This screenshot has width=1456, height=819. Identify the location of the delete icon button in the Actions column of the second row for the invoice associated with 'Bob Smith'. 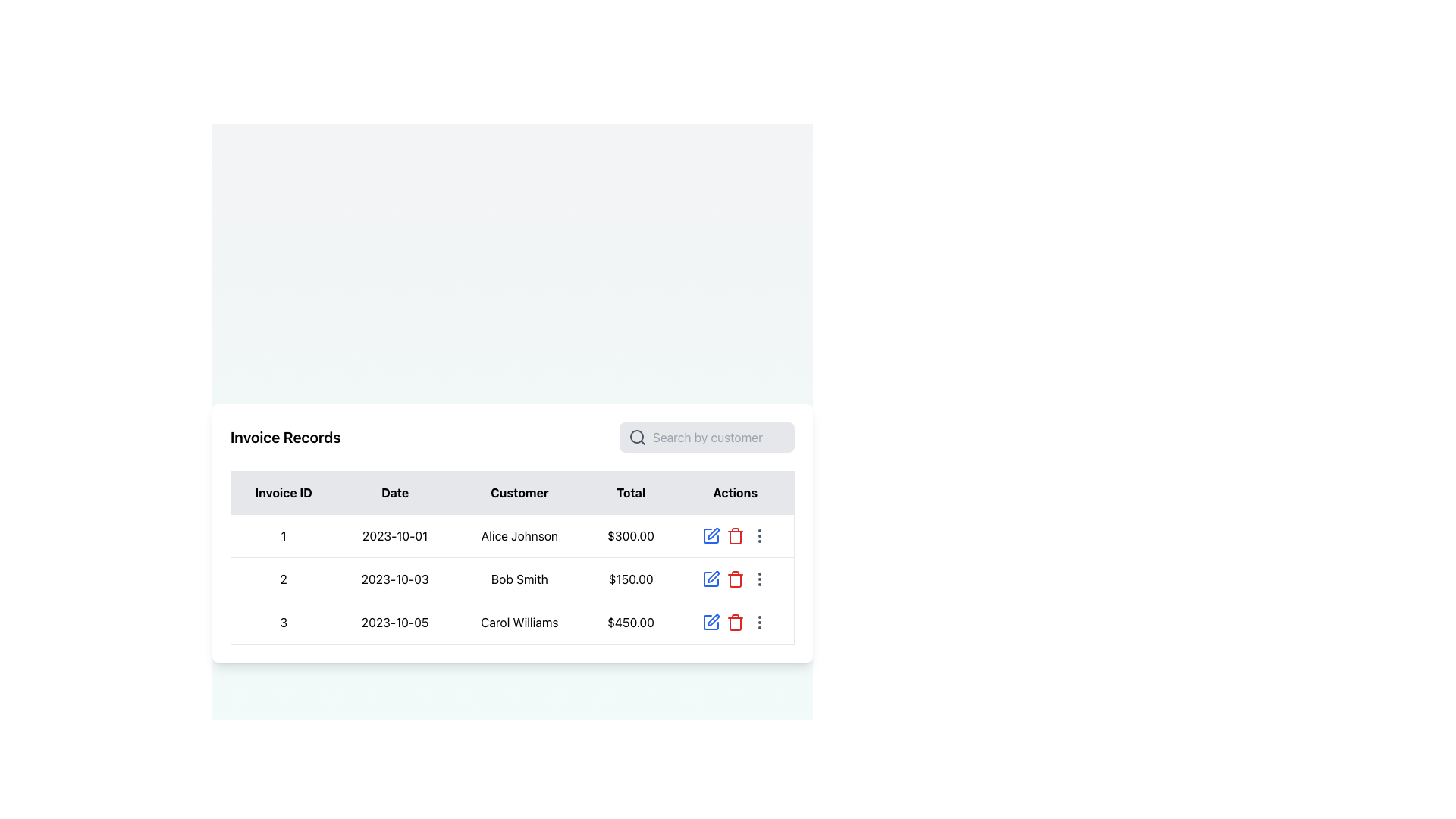
(735, 579).